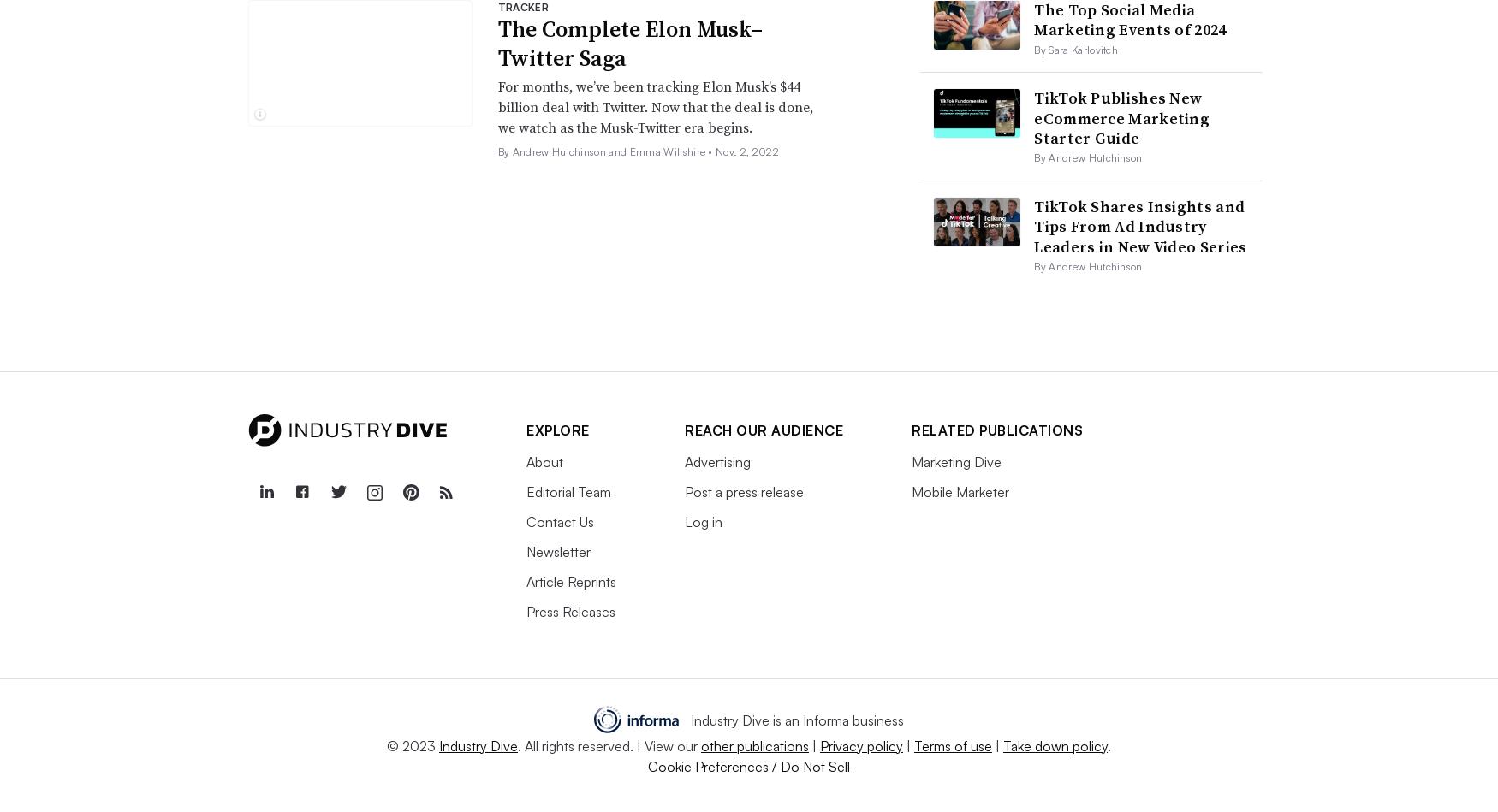  What do you see at coordinates (763, 429) in the screenshot?
I see `'Reach our audience'` at bounding box center [763, 429].